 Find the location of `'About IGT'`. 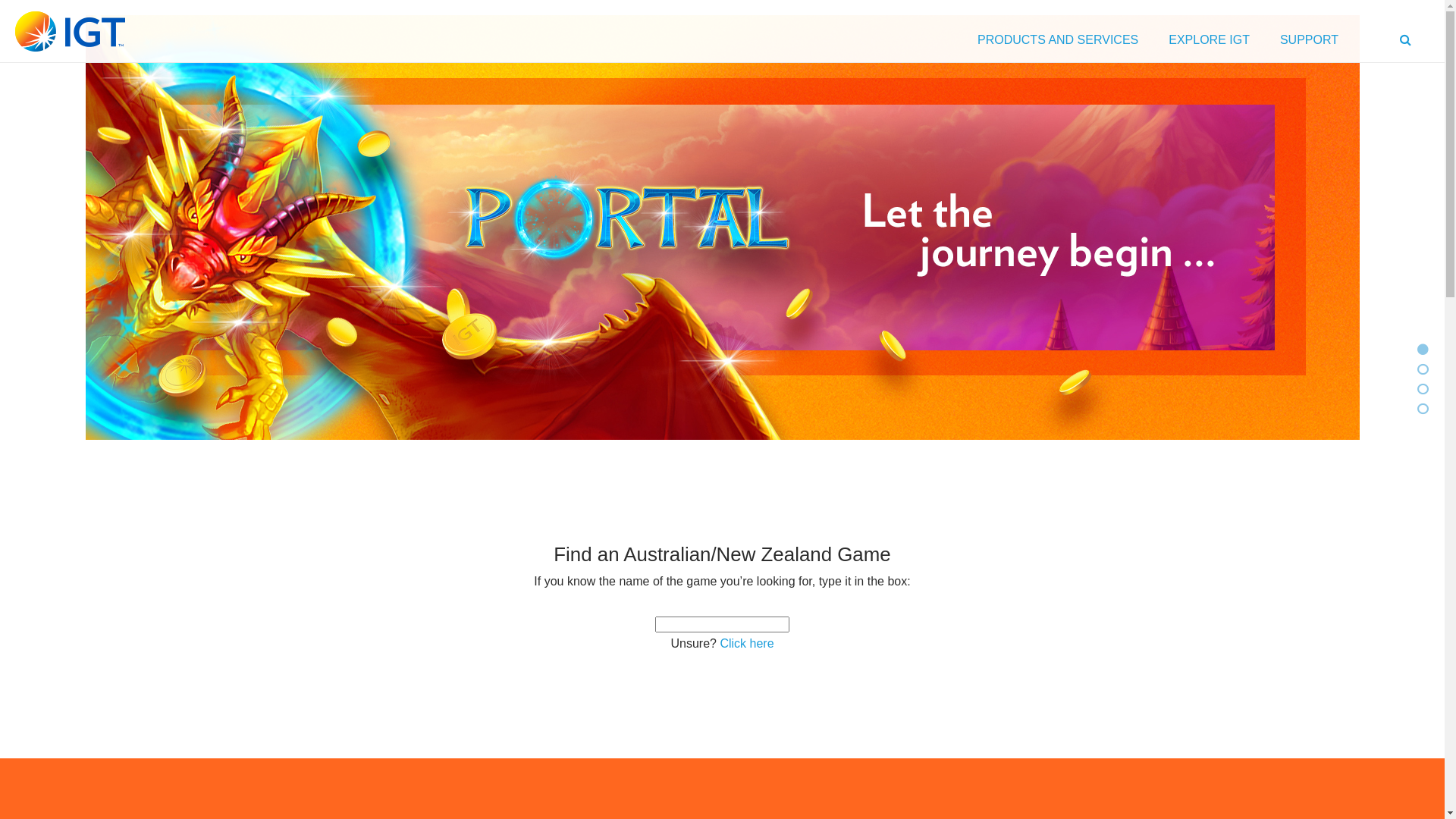

'About IGT' is located at coordinates (1422, 388).